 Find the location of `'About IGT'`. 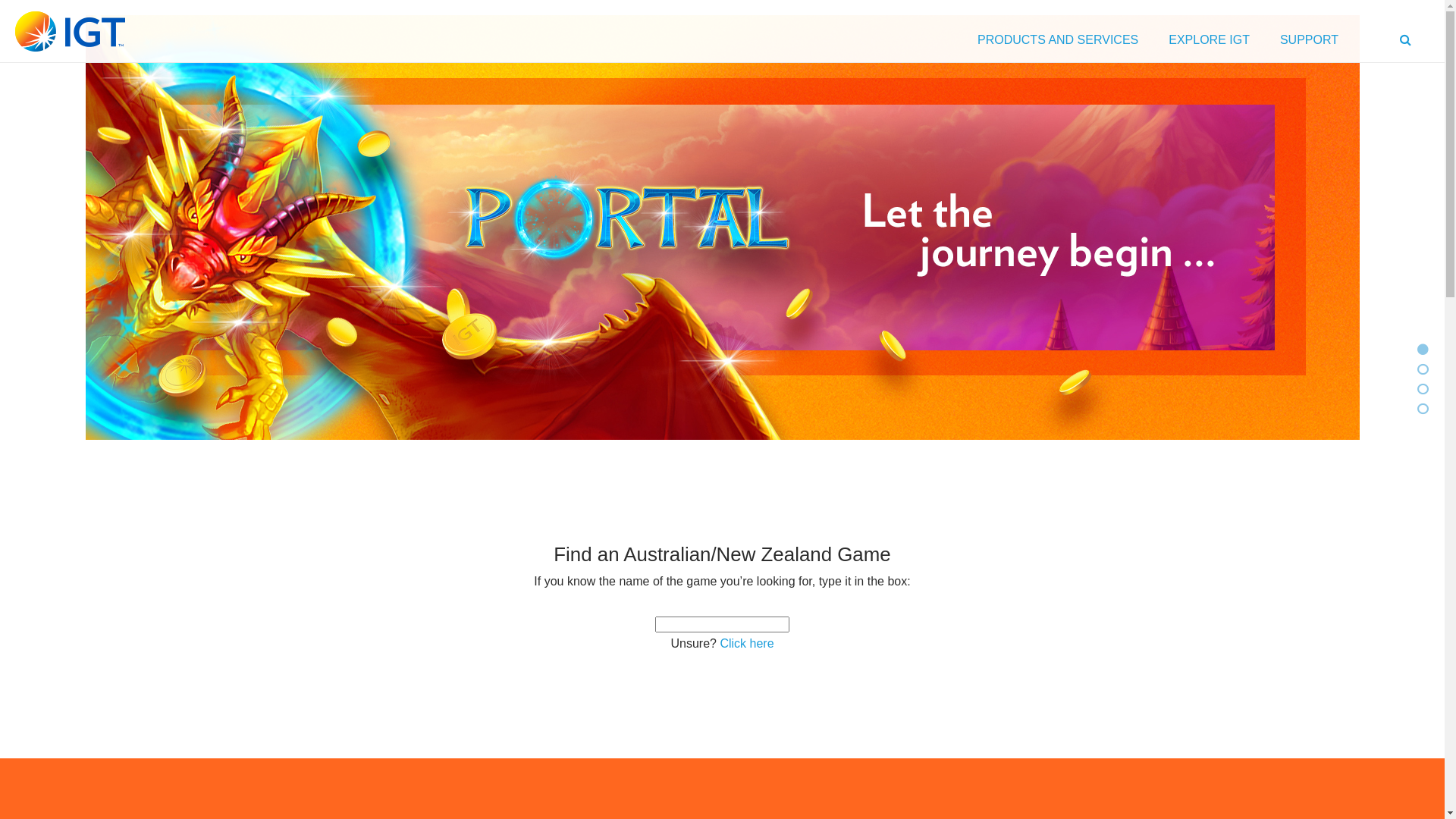

'About IGT' is located at coordinates (1422, 388).